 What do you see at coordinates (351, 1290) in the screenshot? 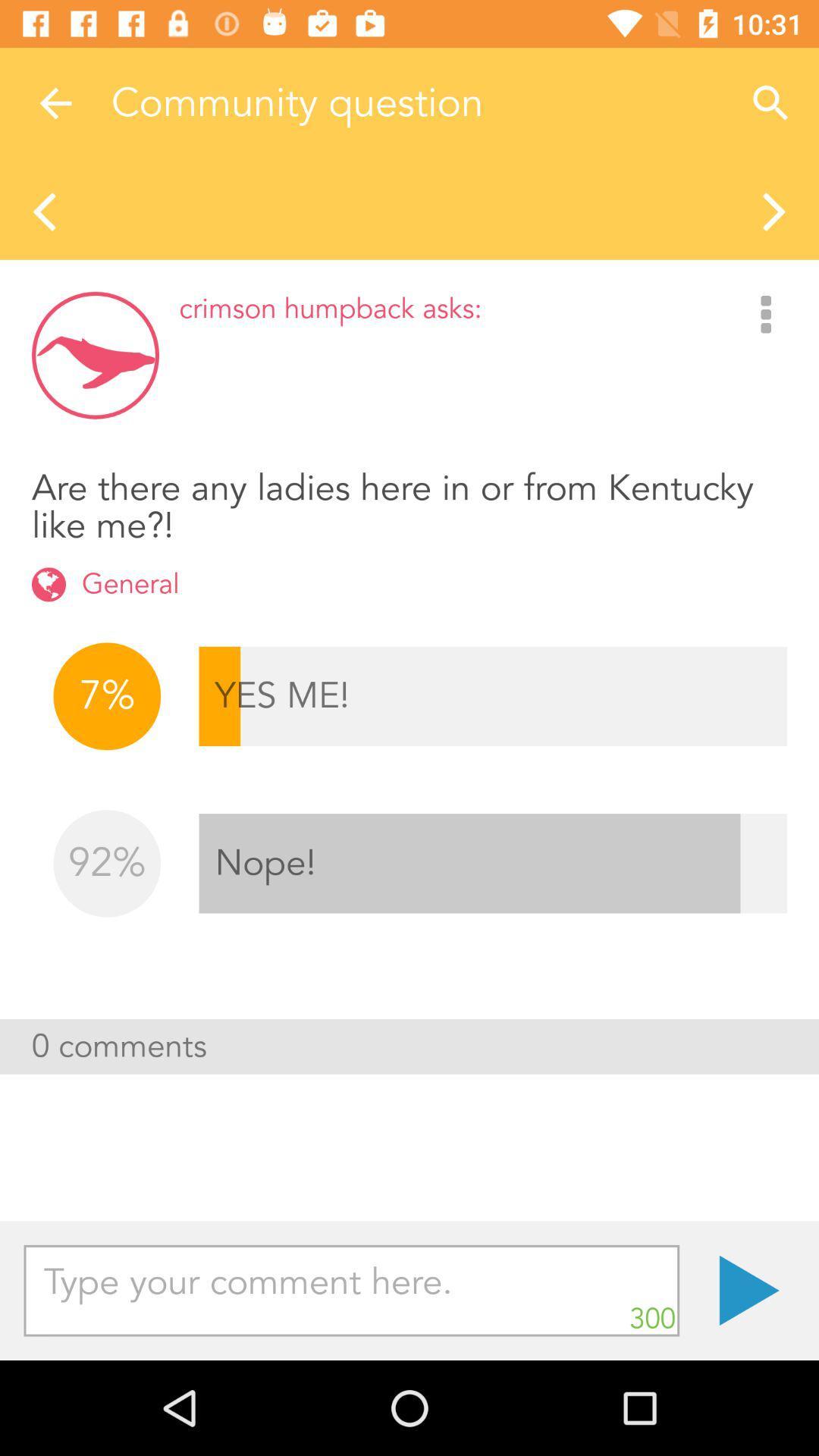
I see `type comment in this box` at bounding box center [351, 1290].